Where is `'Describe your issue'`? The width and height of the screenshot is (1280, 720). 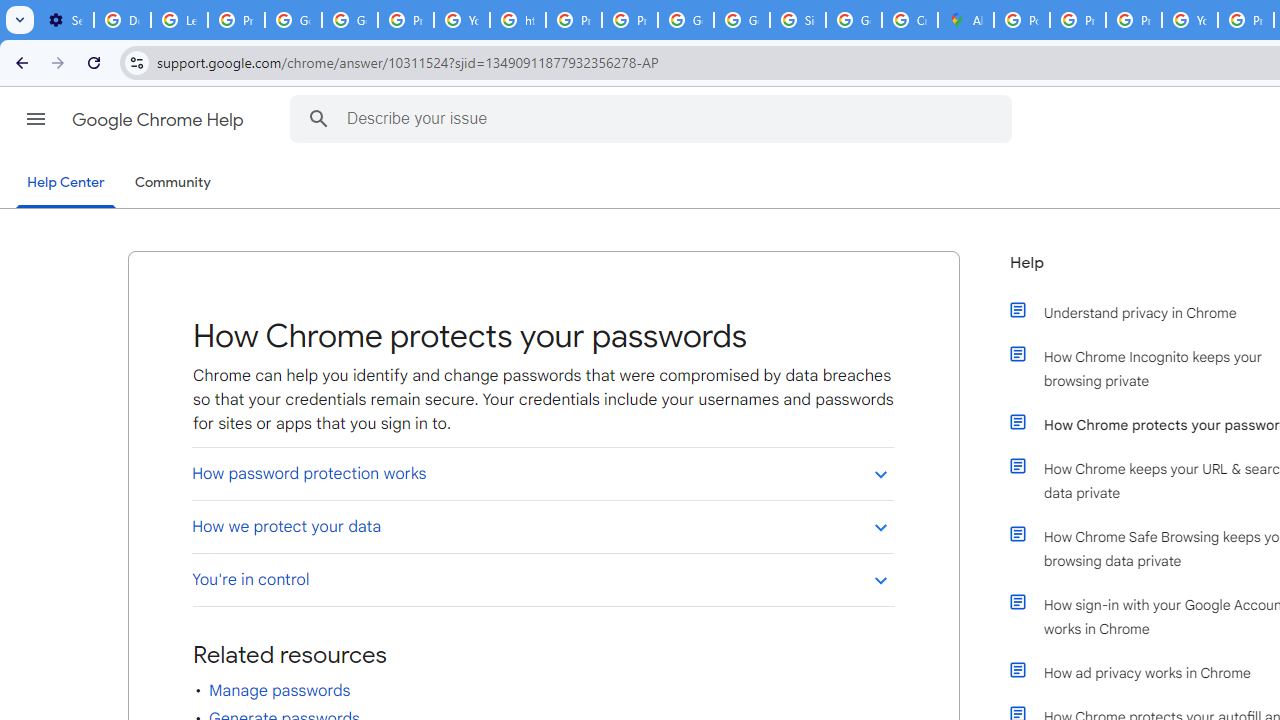 'Describe your issue' is located at coordinates (654, 118).